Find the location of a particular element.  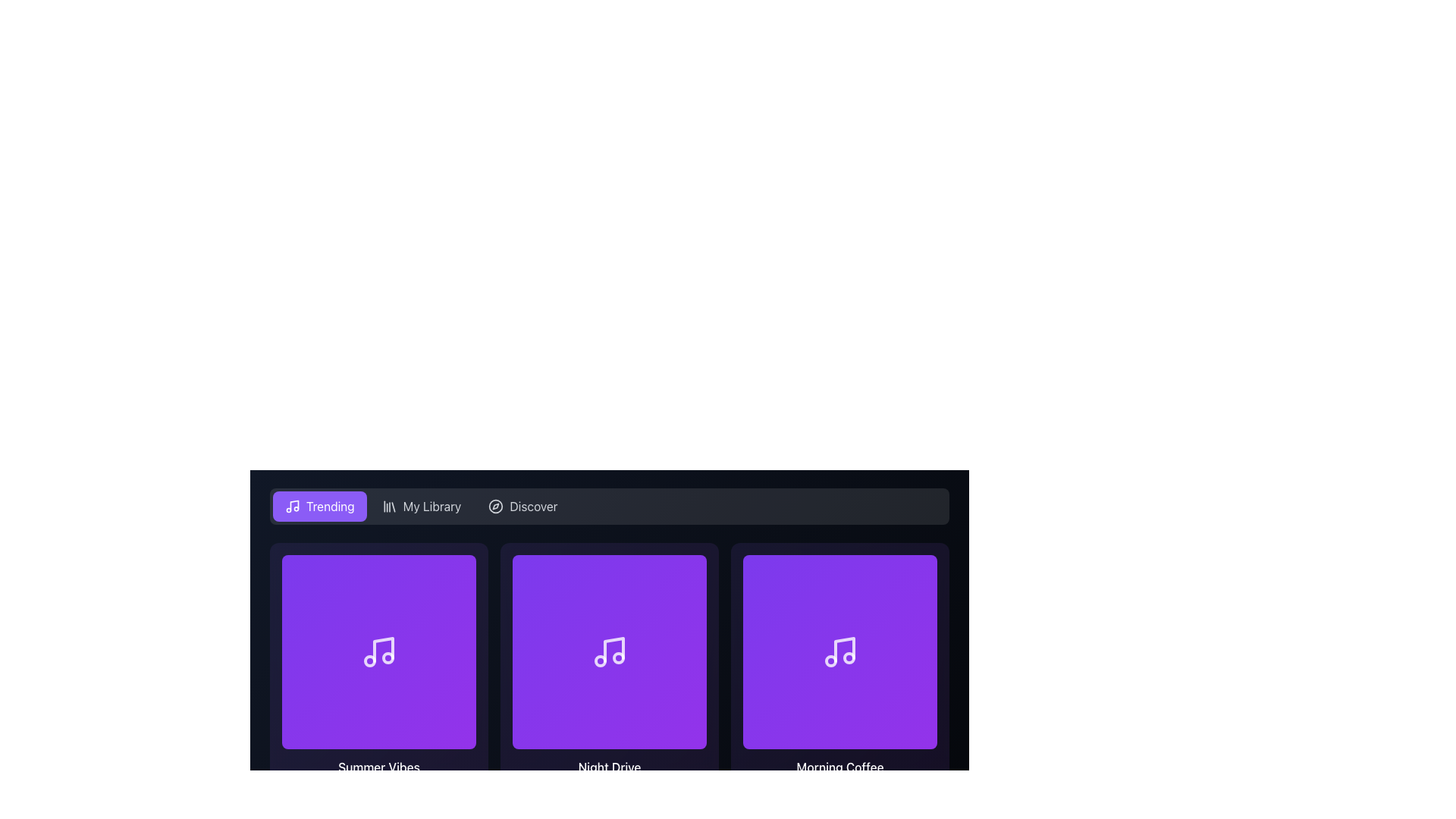

the topmost graphical line element in the SVG library icon located at the top navigation area of the interface is located at coordinates (393, 507).